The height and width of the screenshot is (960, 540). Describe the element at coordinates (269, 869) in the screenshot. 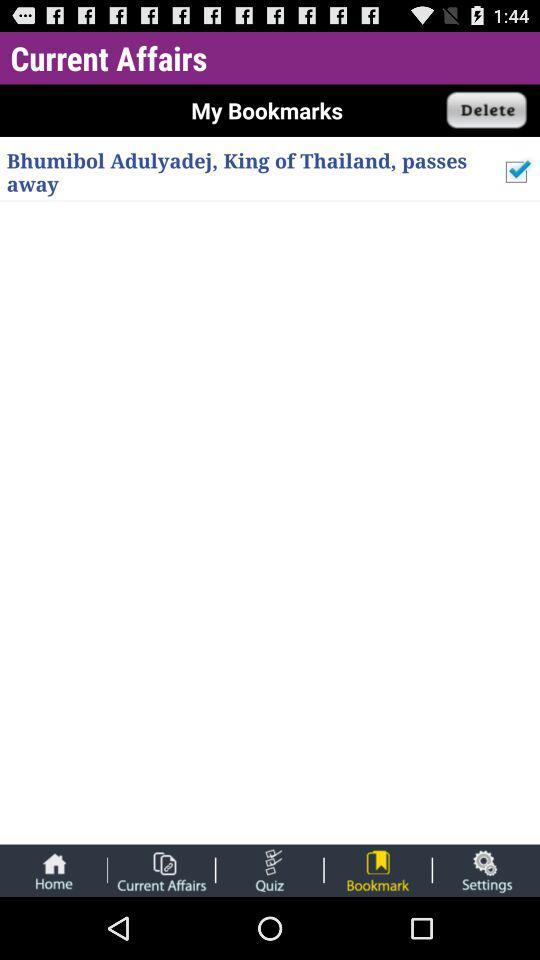

I see `quiz page` at that location.